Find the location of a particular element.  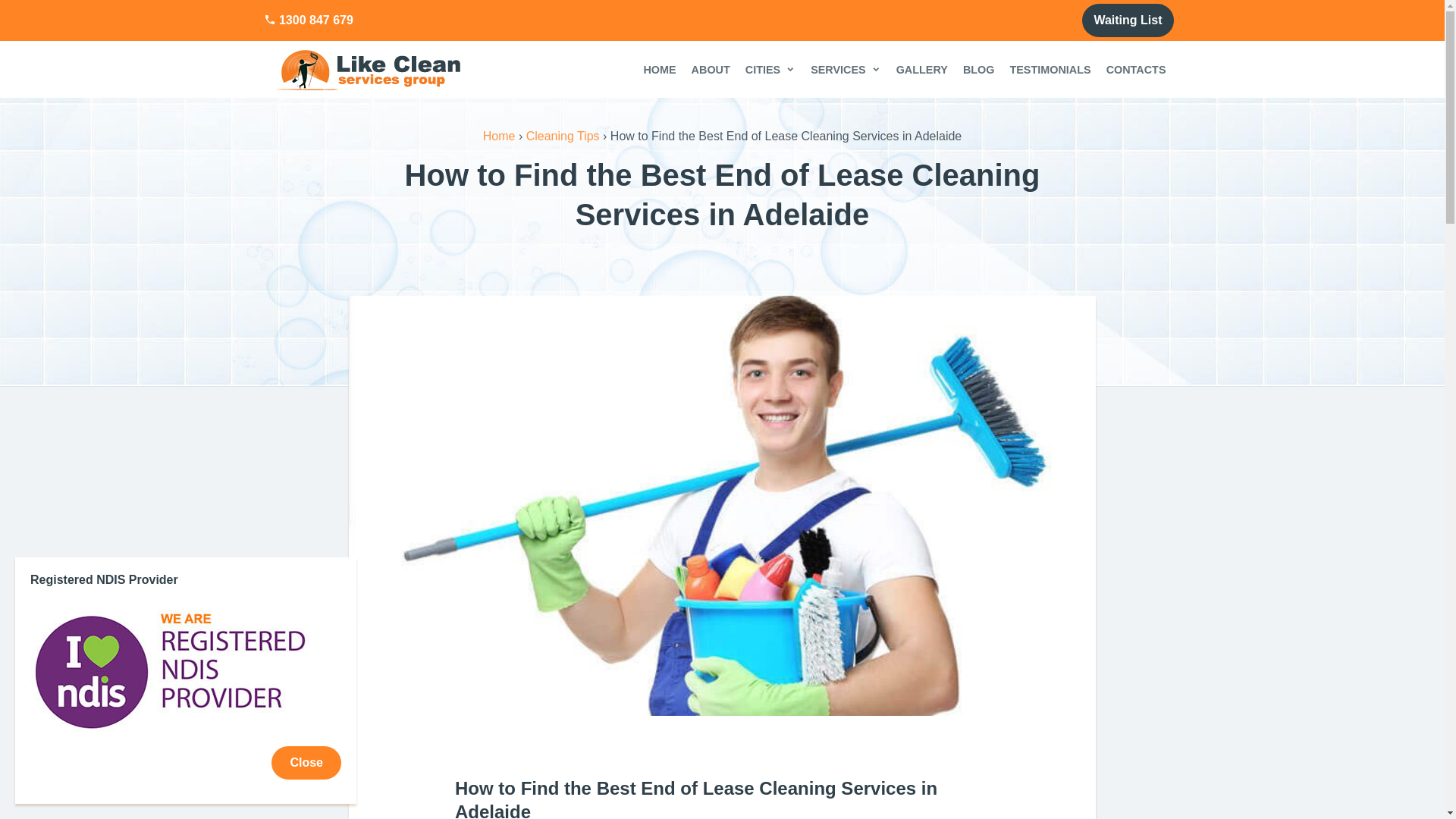

'Waiting List' is located at coordinates (1128, 20).